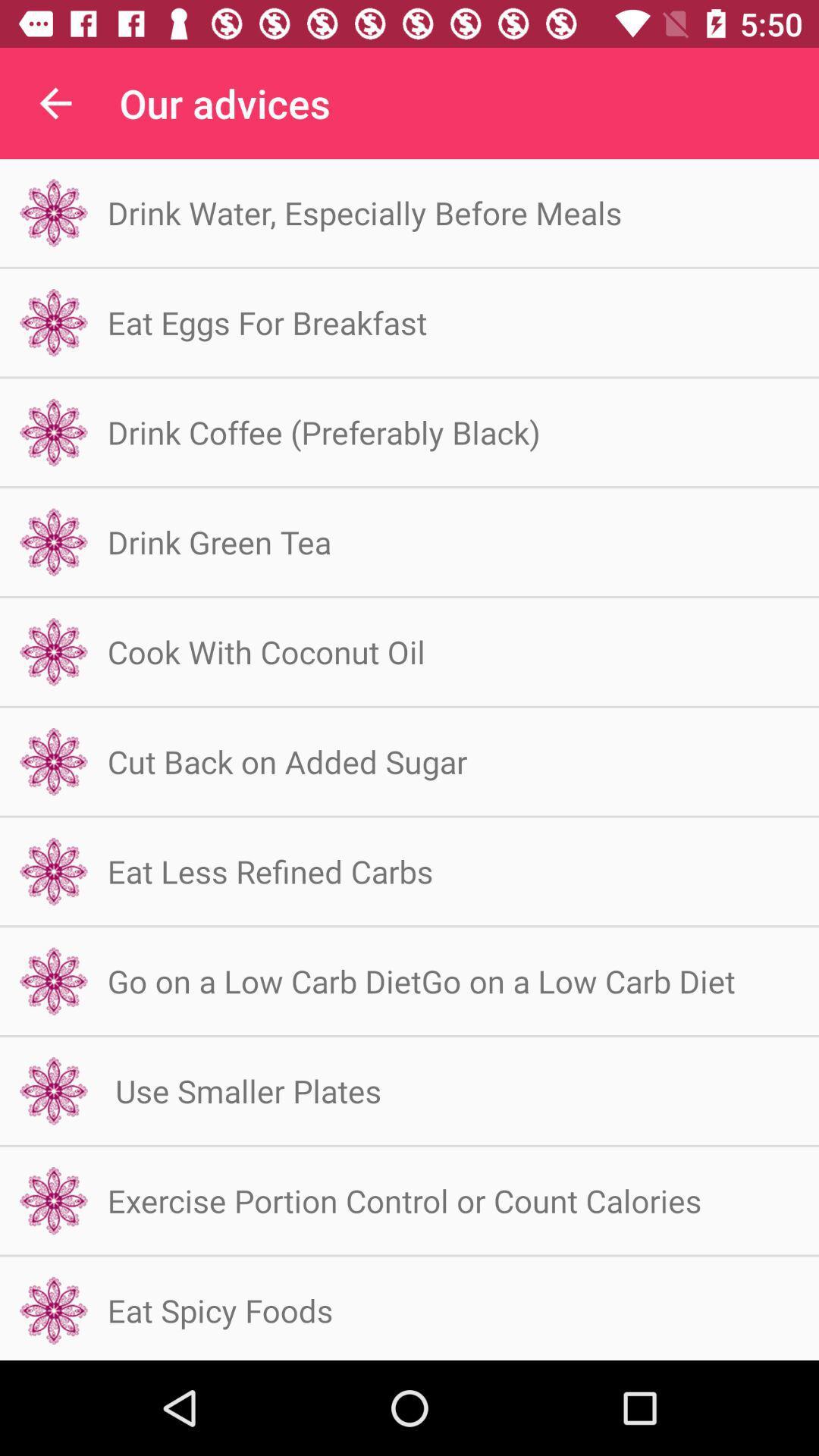 This screenshot has height=1456, width=819. What do you see at coordinates (243, 1090) in the screenshot?
I see `icon below go on a` at bounding box center [243, 1090].